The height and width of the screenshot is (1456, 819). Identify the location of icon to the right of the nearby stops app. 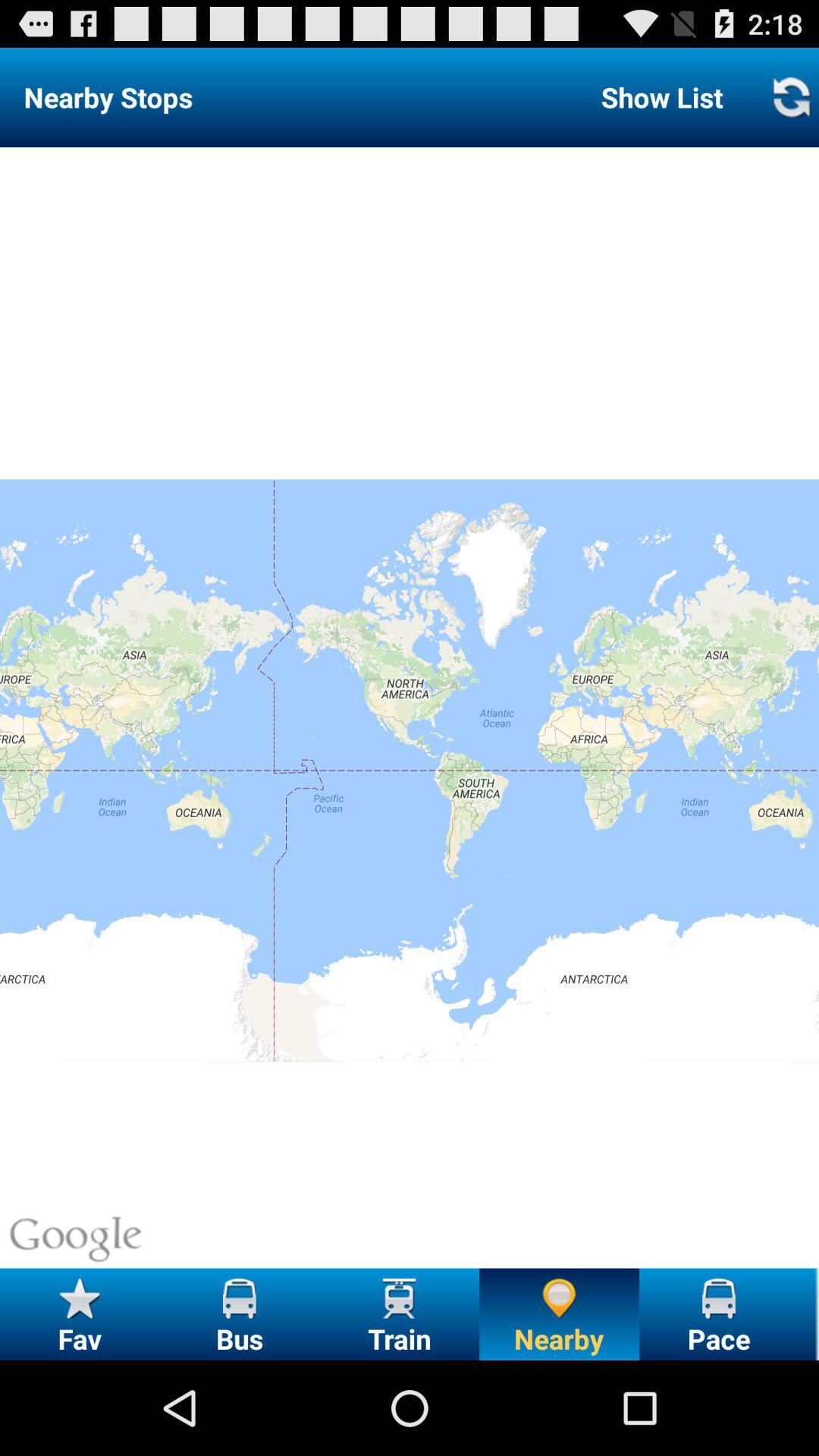
(661, 96).